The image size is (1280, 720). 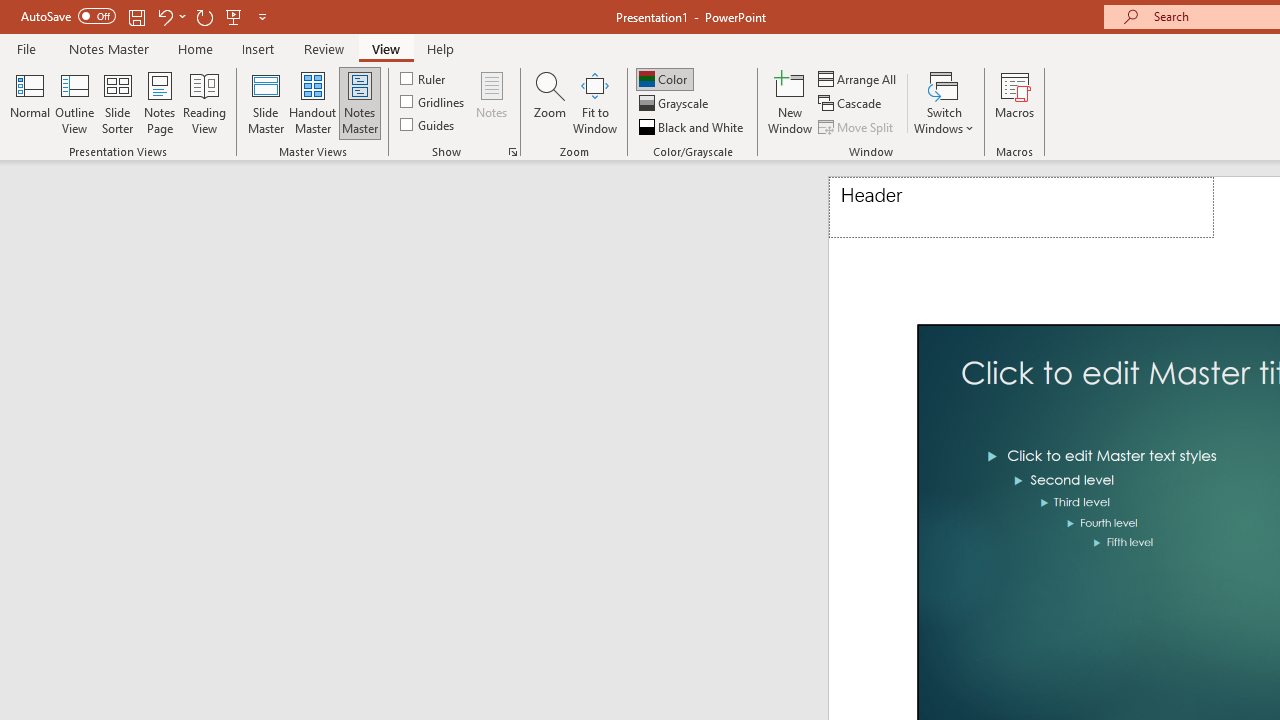 I want to click on 'Cascade', so click(x=851, y=103).